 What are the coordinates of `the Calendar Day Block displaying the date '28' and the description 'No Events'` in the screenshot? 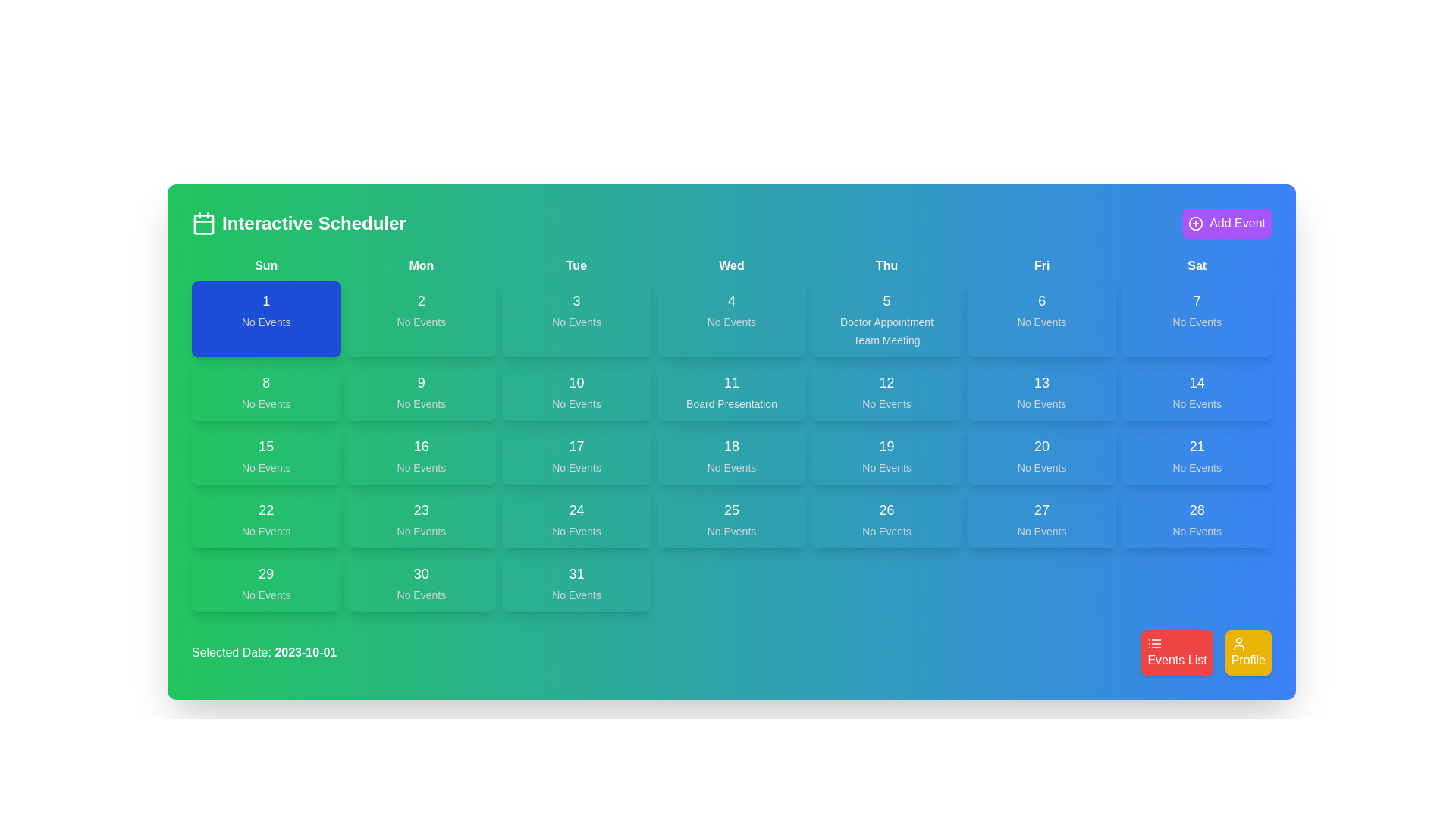 It's located at (1196, 519).